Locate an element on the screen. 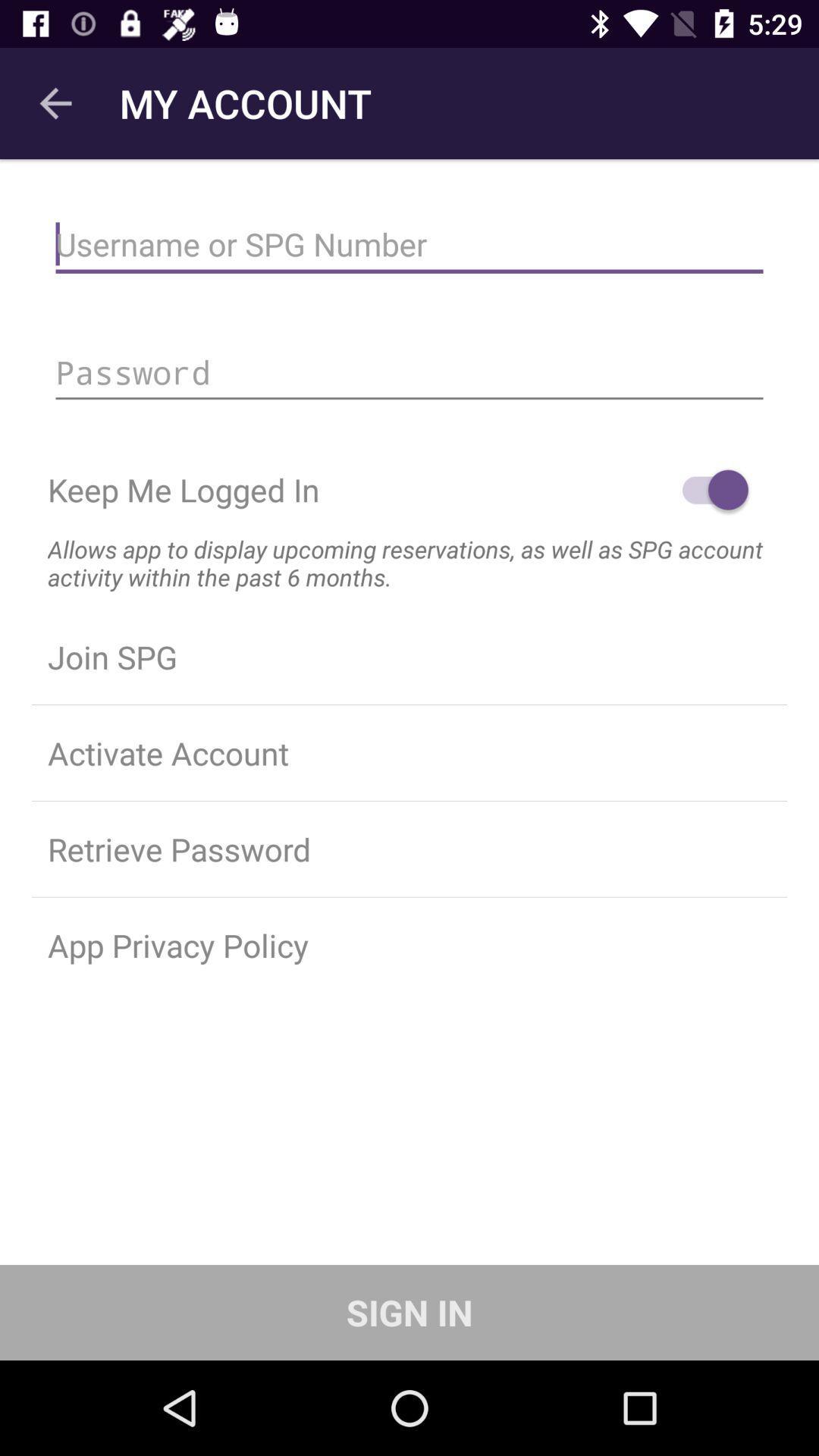  activate account icon is located at coordinates (409, 753).